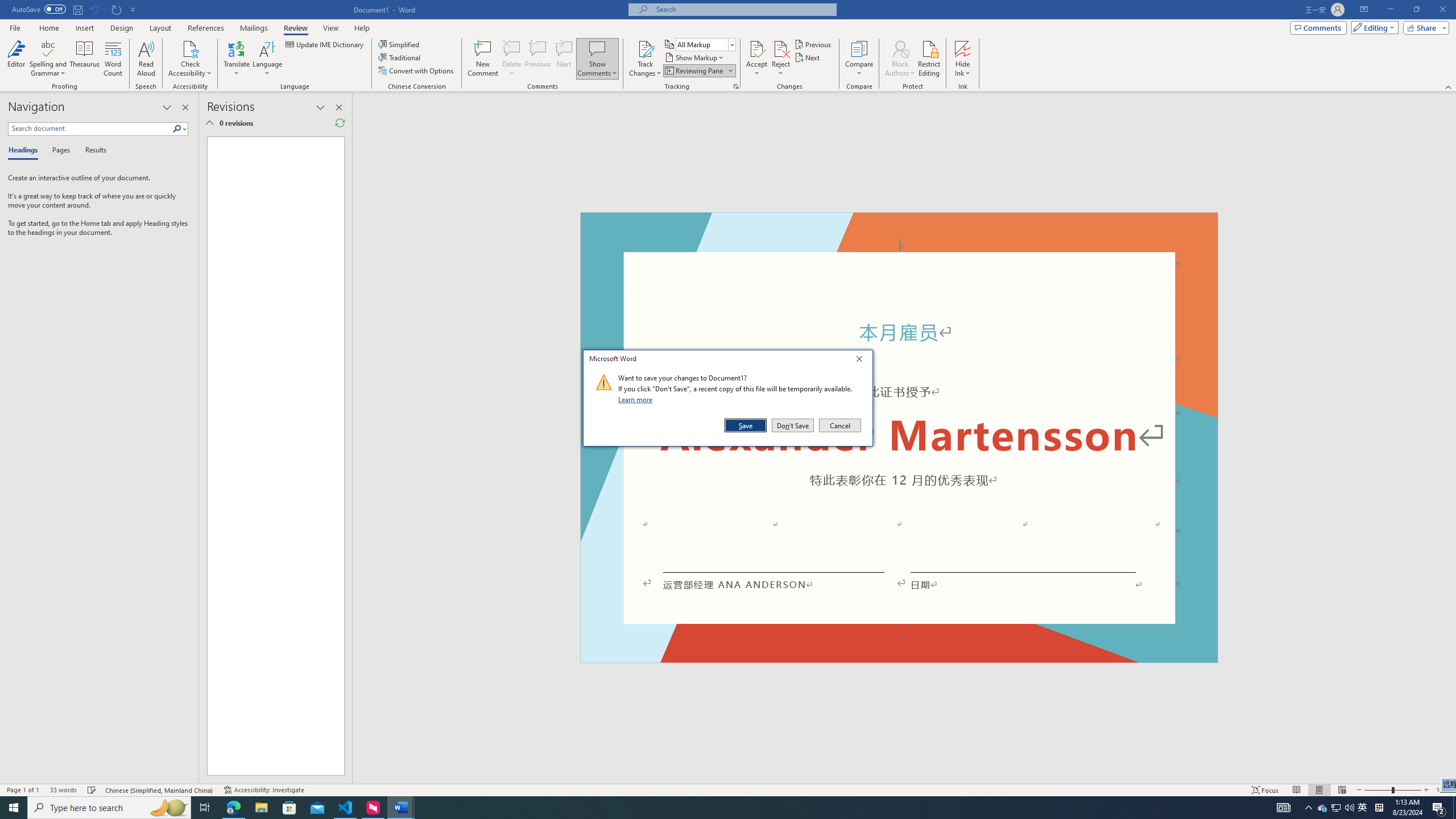 This screenshot has width=1456, height=819. I want to click on 'Restrict Editing', so click(929, 59).